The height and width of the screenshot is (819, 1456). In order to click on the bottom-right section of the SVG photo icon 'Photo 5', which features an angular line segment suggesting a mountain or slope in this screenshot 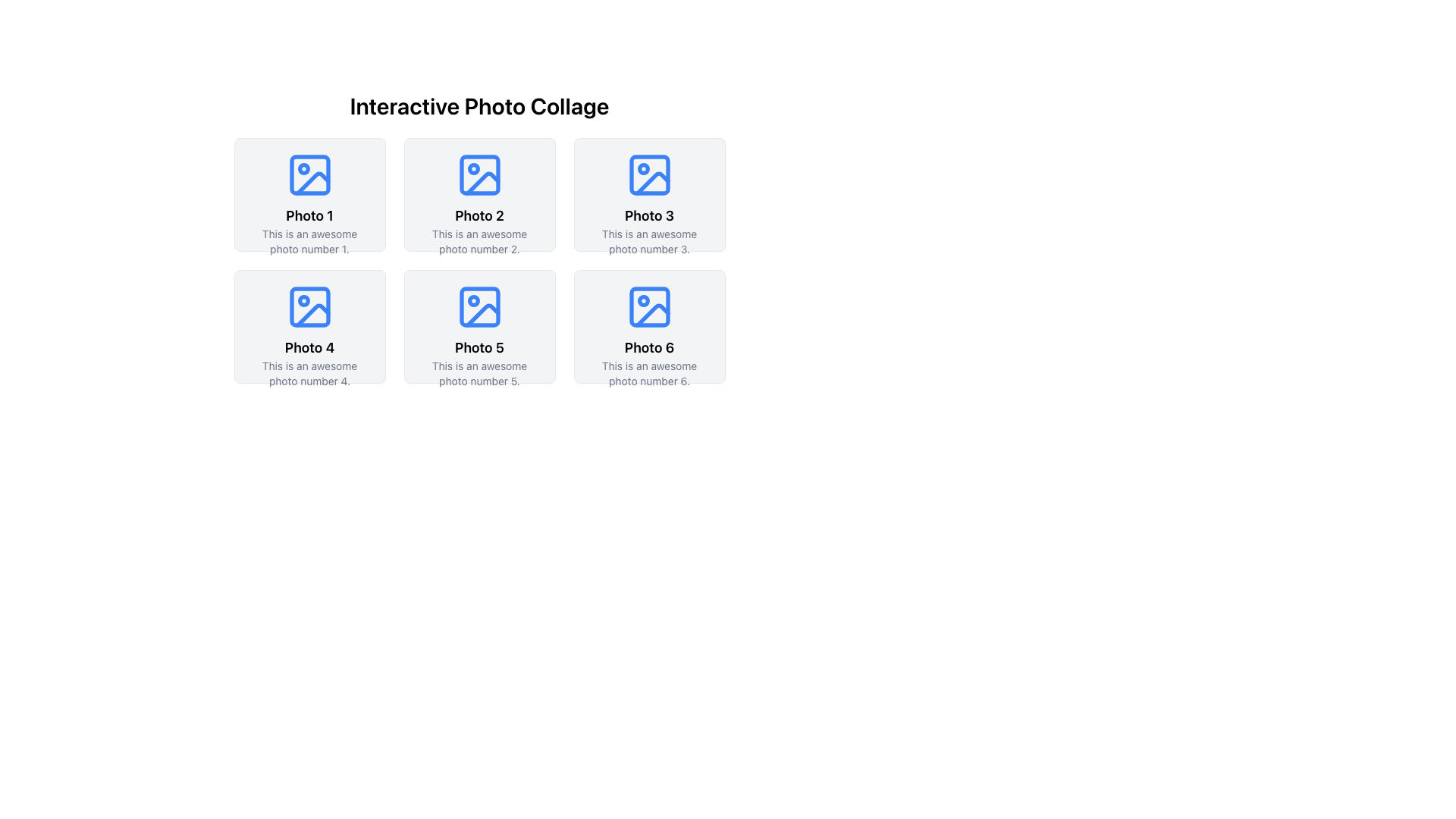, I will do `click(482, 315)`.